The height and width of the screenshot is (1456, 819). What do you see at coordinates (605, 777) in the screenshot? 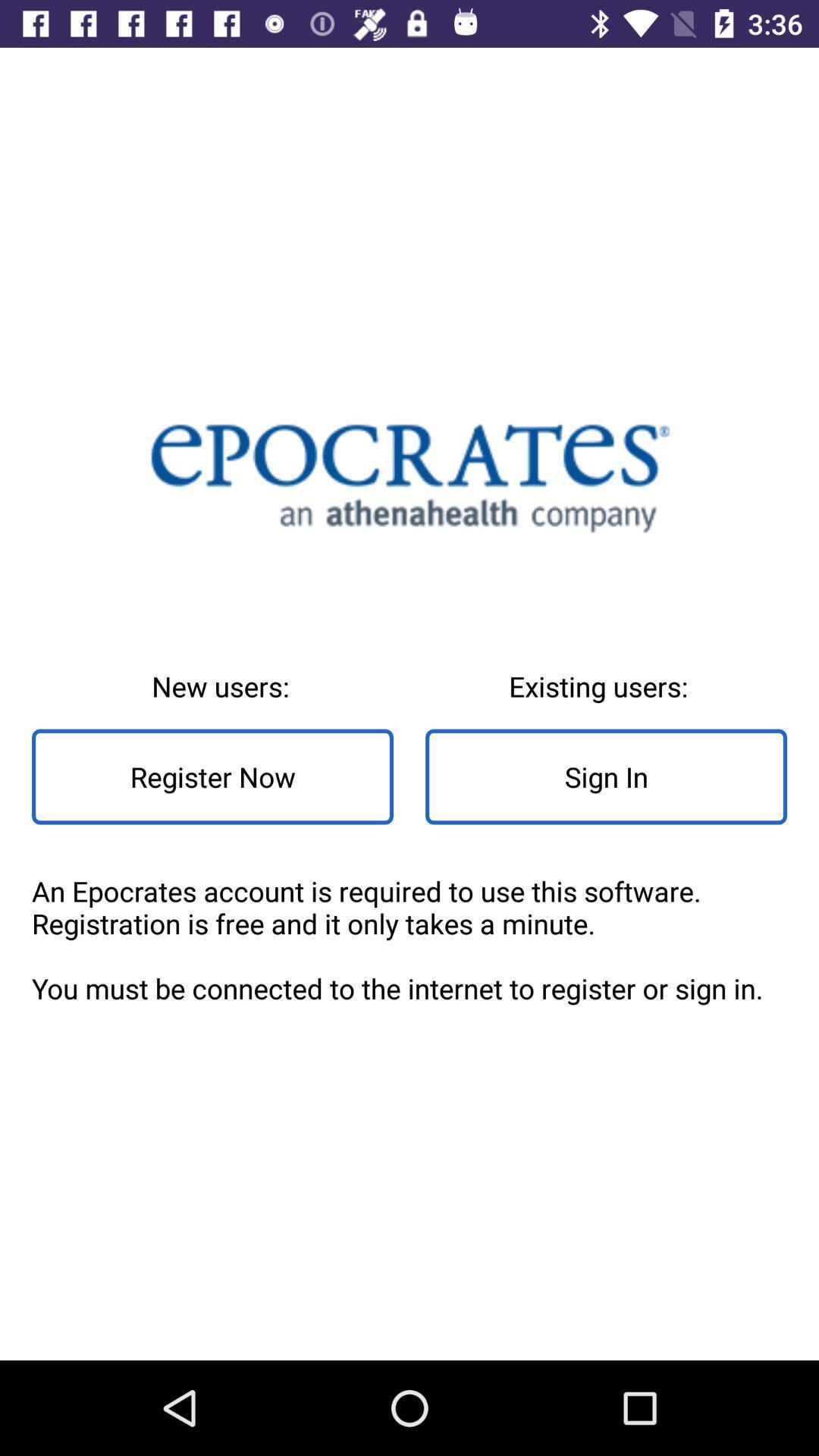
I see `the icon above the an epocrates account` at bounding box center [605, 777].